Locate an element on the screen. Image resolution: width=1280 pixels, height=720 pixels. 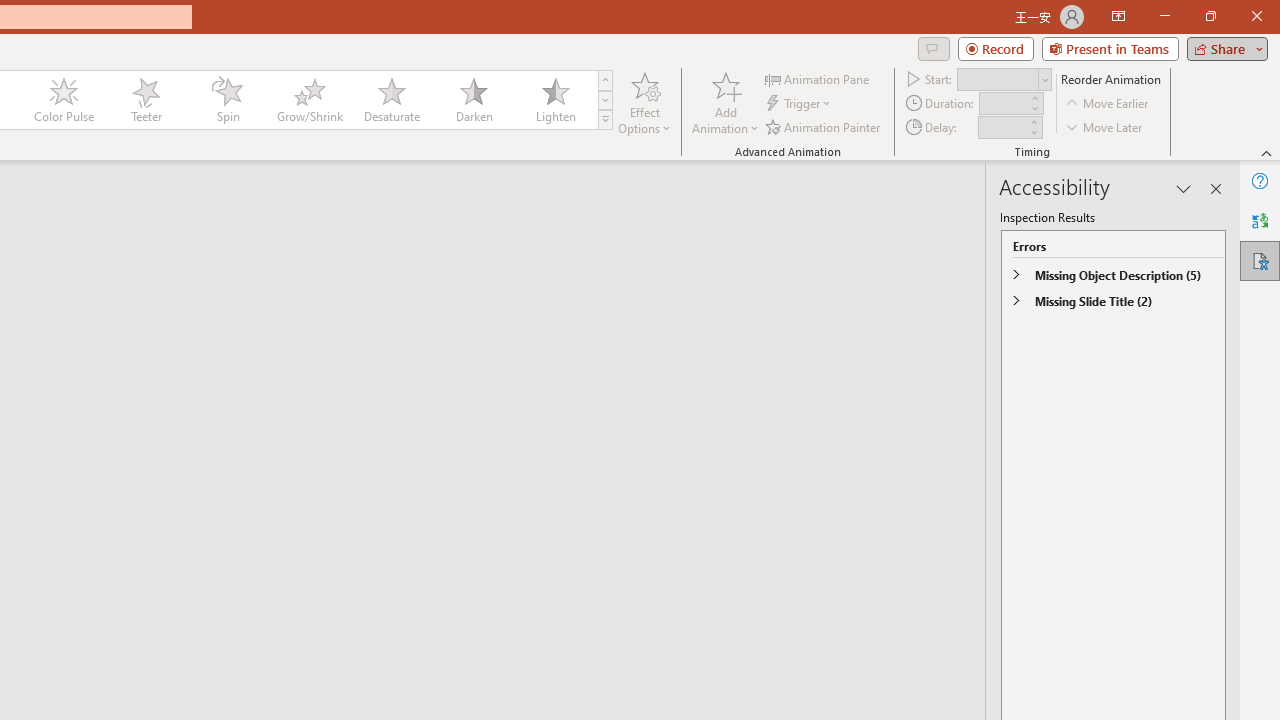
'Animation Painter' is located at coordinates (824, 127).